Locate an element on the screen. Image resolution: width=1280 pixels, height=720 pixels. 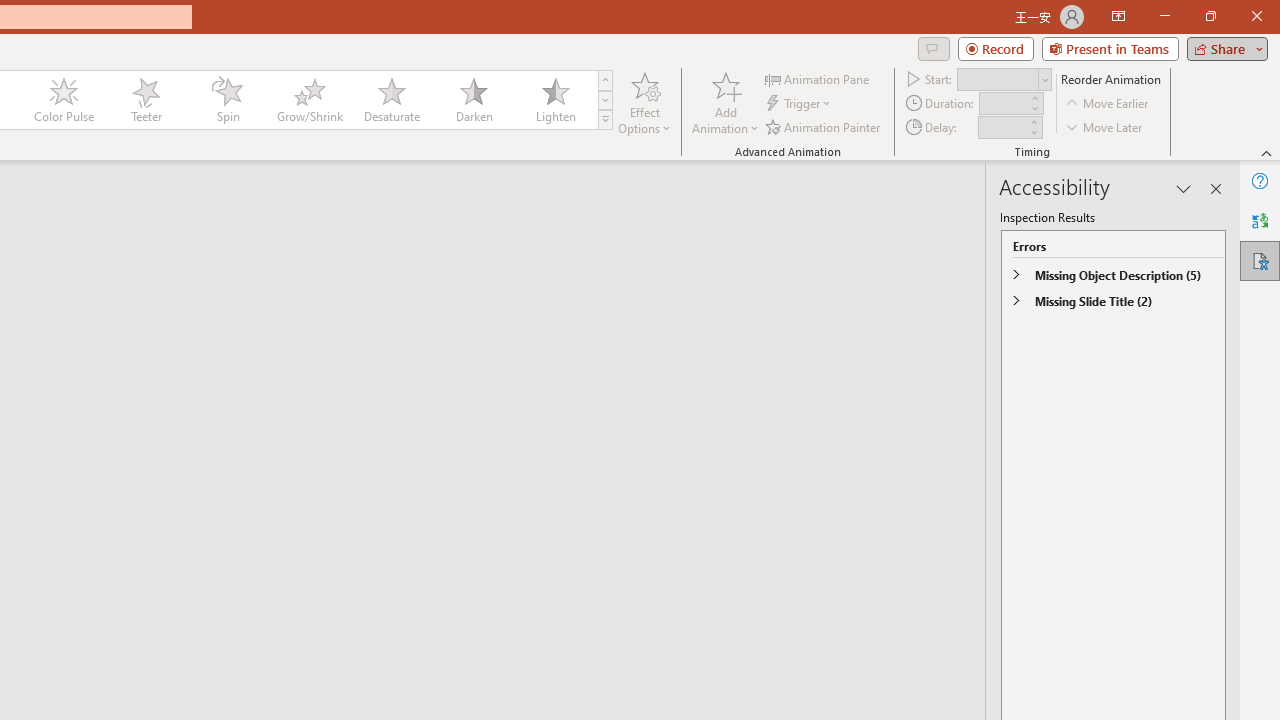
'Animation Painter' is located at coordinates (824, 127).